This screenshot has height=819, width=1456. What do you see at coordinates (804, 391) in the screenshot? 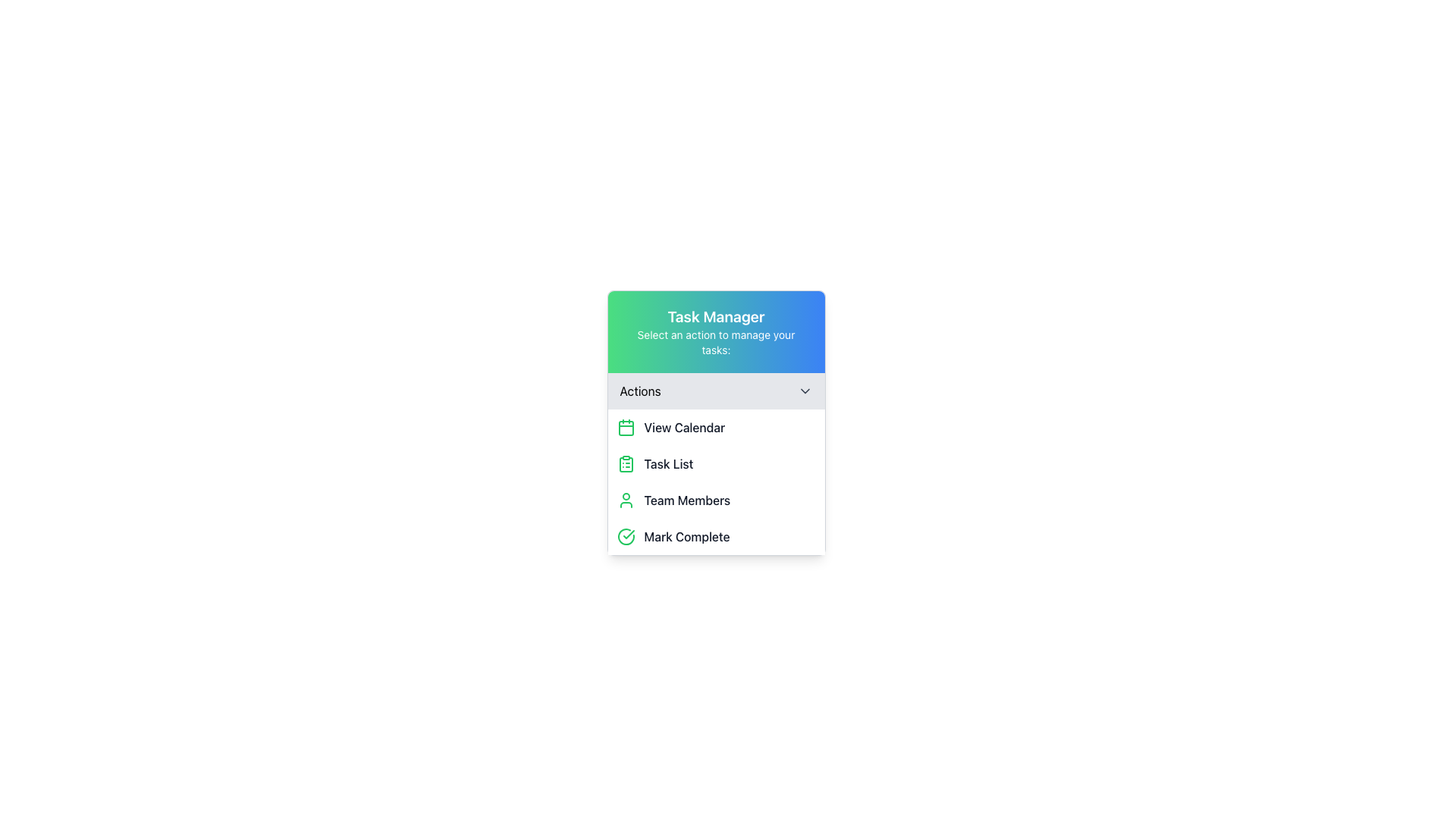
I see `the downward-pointing chevron icon on the right end of the 'Actions' toolbar` at bounding box center [804, 391].